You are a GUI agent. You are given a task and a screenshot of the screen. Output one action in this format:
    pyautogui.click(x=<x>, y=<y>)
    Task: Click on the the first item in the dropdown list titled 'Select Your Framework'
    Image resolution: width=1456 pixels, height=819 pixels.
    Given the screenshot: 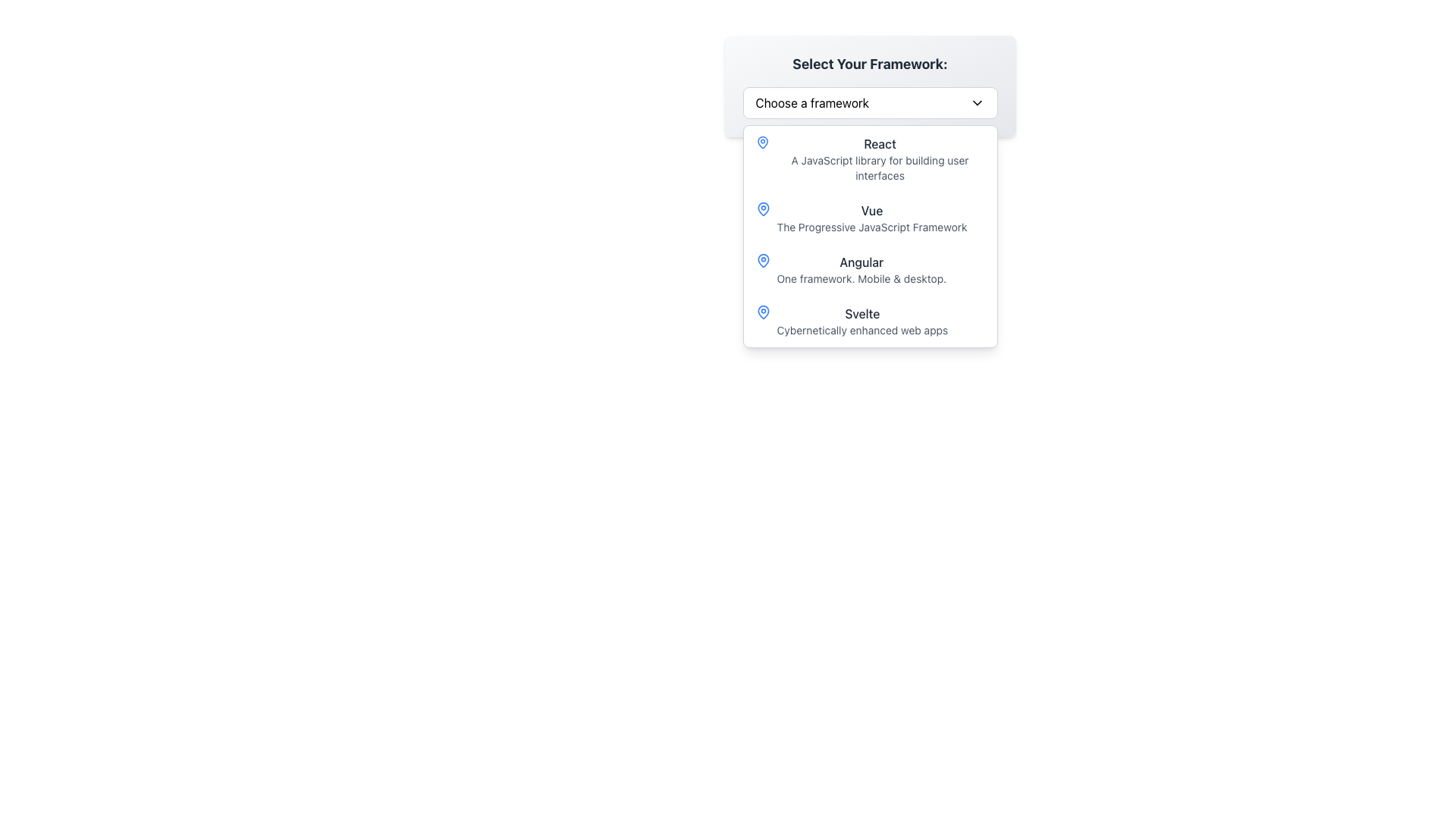 What is the action you would take?
    pyautogui.click(x=870, y=158)
    